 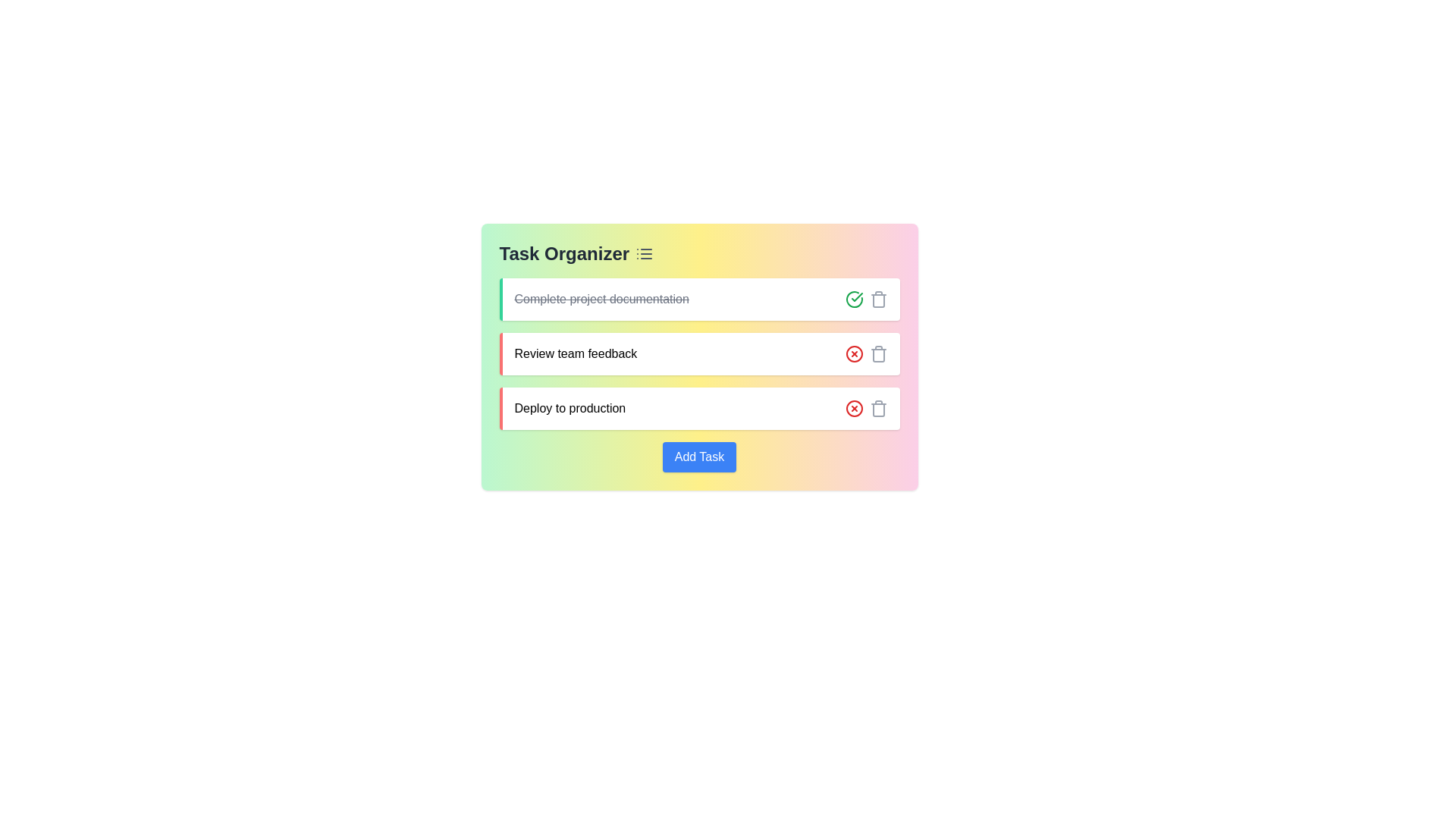 I want to click on the non-interactive text label that describes the task title in the third task block of the 'Task Organizer' application, so click(x=569, y=408).